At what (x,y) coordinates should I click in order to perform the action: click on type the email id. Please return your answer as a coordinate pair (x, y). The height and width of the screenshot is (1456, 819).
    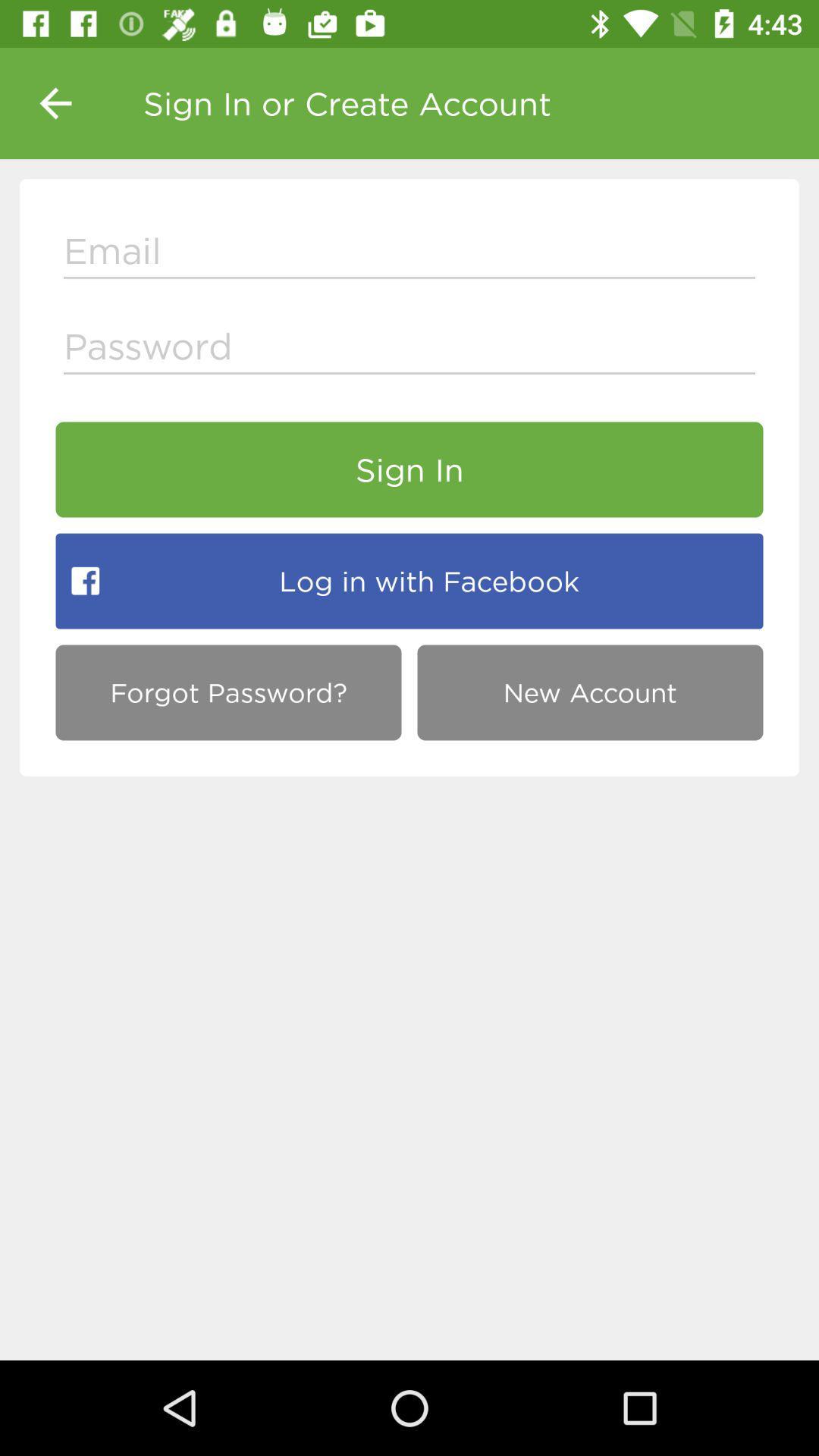
    Looking at the image, I should click on (409, 255).